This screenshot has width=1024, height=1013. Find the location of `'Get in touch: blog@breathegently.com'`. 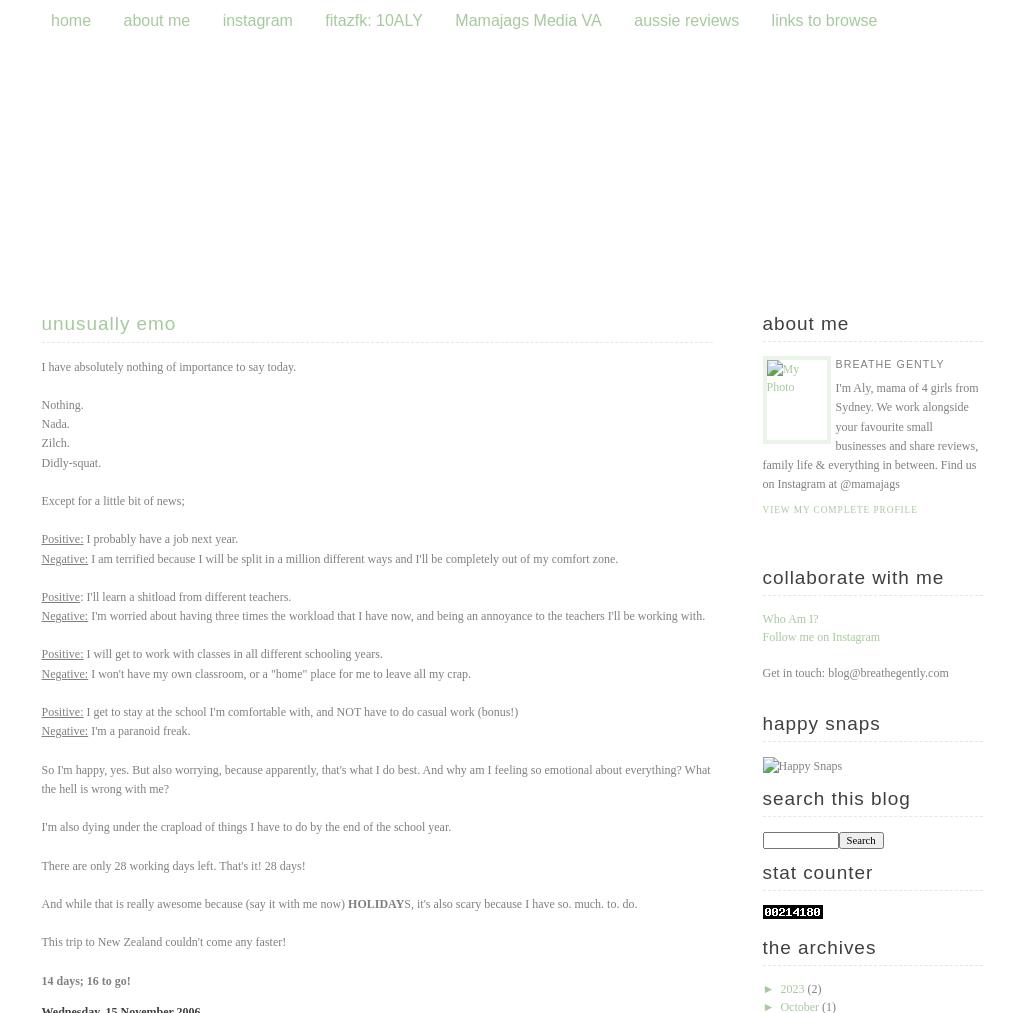

'Get in touch: blog@breathegently.com' is located at coordinates (855, 672).